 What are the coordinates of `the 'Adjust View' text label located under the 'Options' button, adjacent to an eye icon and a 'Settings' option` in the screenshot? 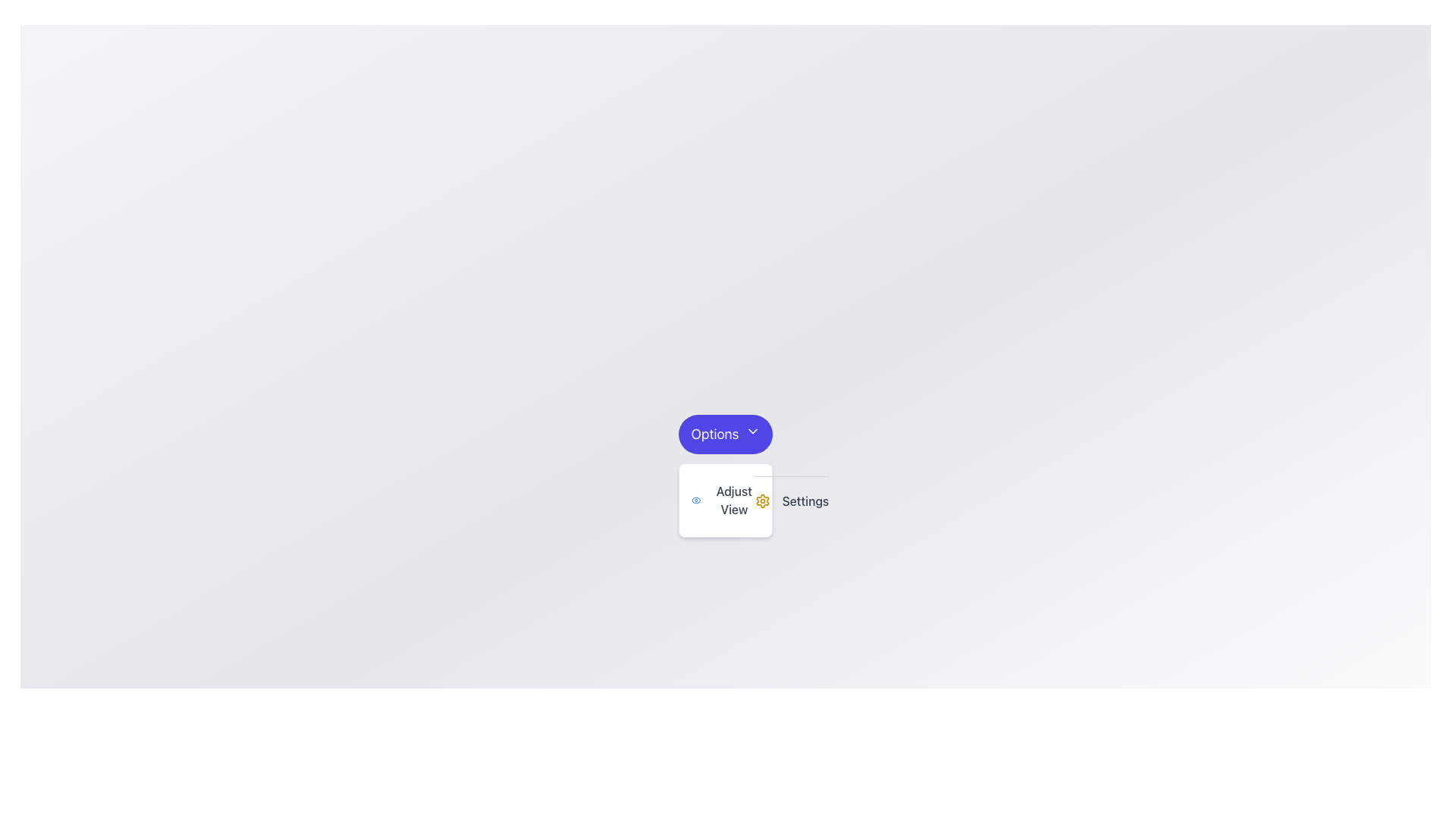 It's located at (734, 500).